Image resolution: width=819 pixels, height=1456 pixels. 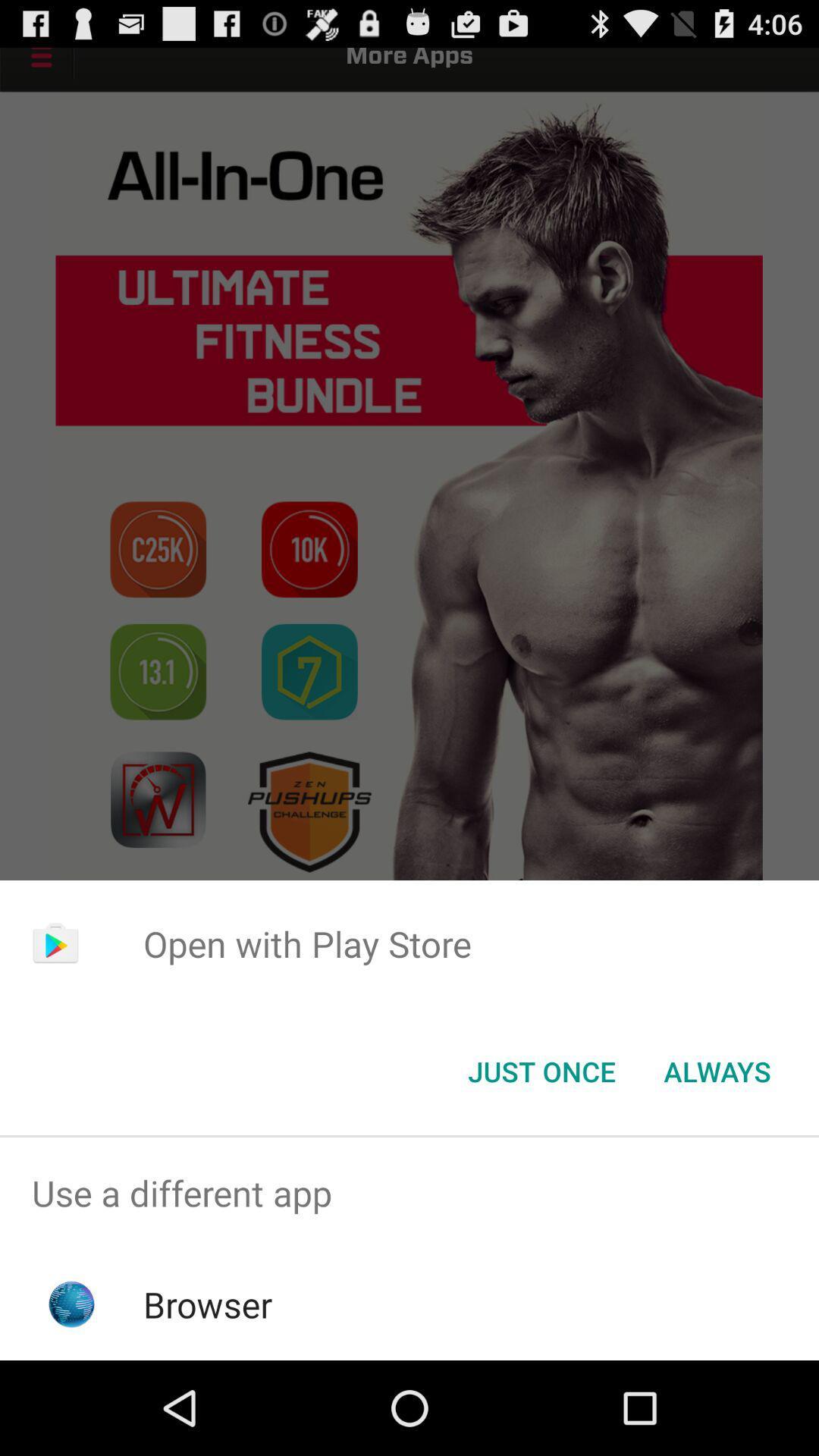 I want to click on the app above browser app, so click(x=409, y=1192).